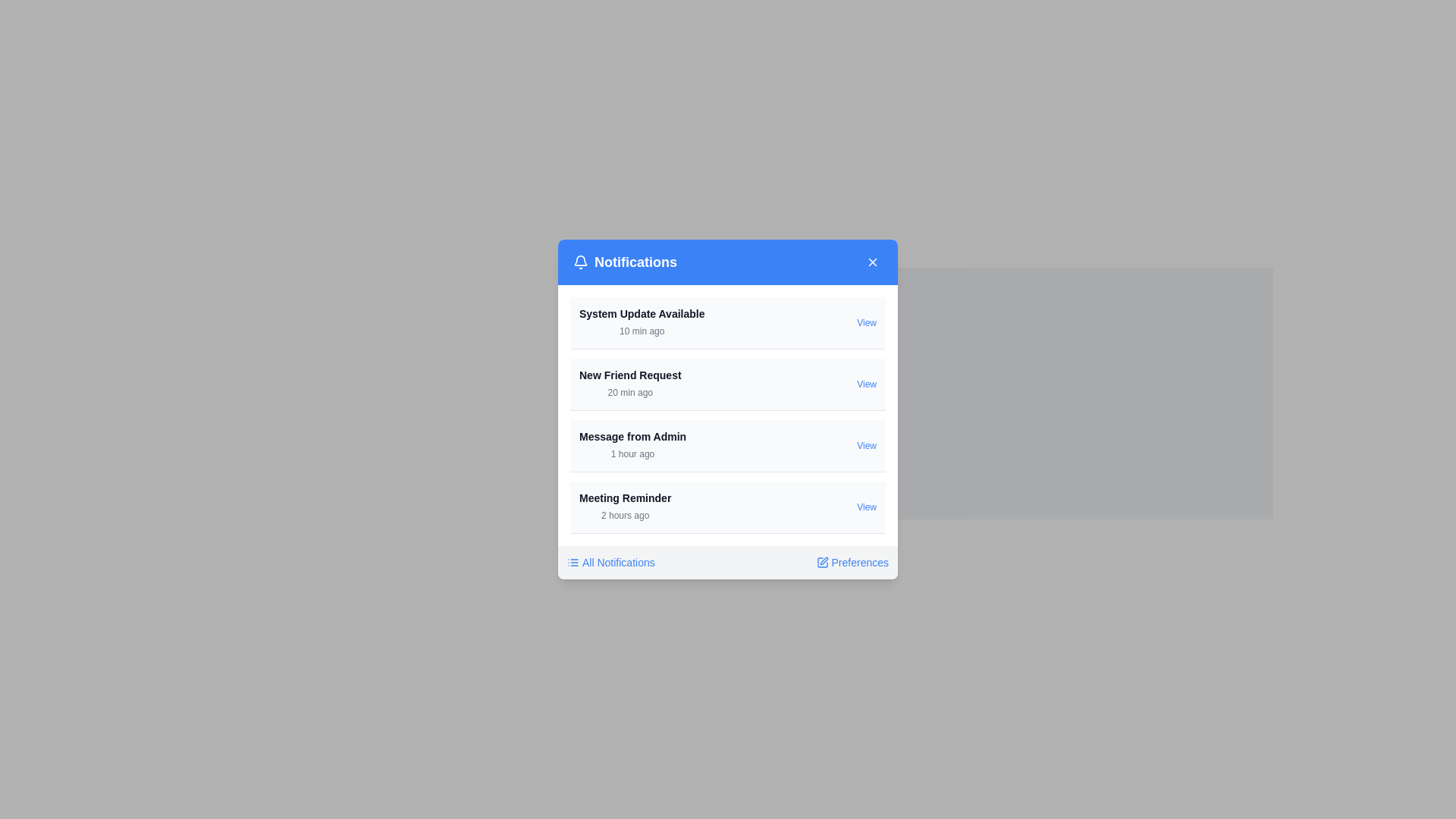  Describe the element at coordinates (873, 262) in the screenshot. I see `the close icon button located at the top-right corner of the Notifications pop-up header` at that location.